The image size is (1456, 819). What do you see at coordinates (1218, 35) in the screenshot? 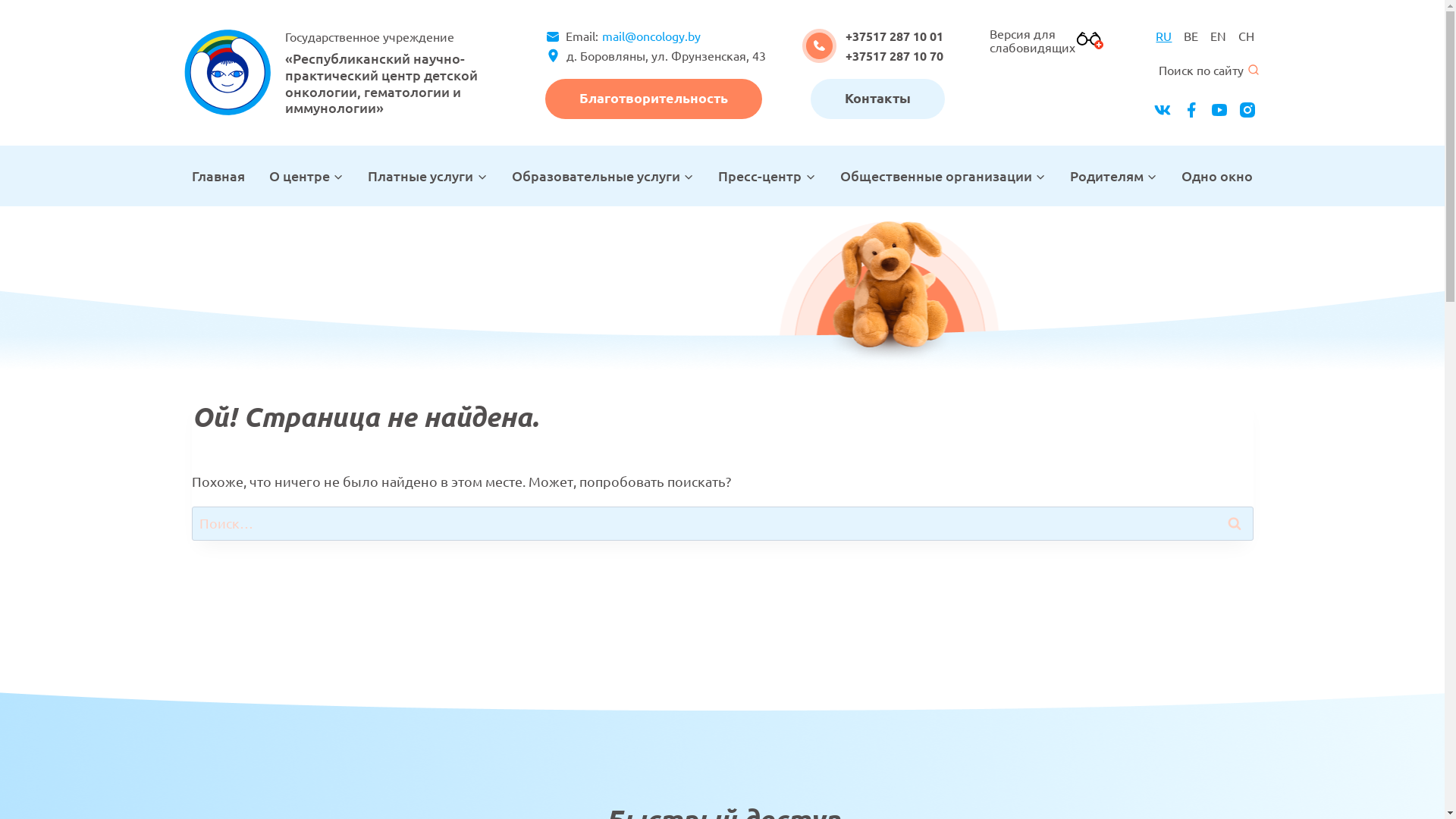
I see `'EN'` at bounding box center [1218, 35].